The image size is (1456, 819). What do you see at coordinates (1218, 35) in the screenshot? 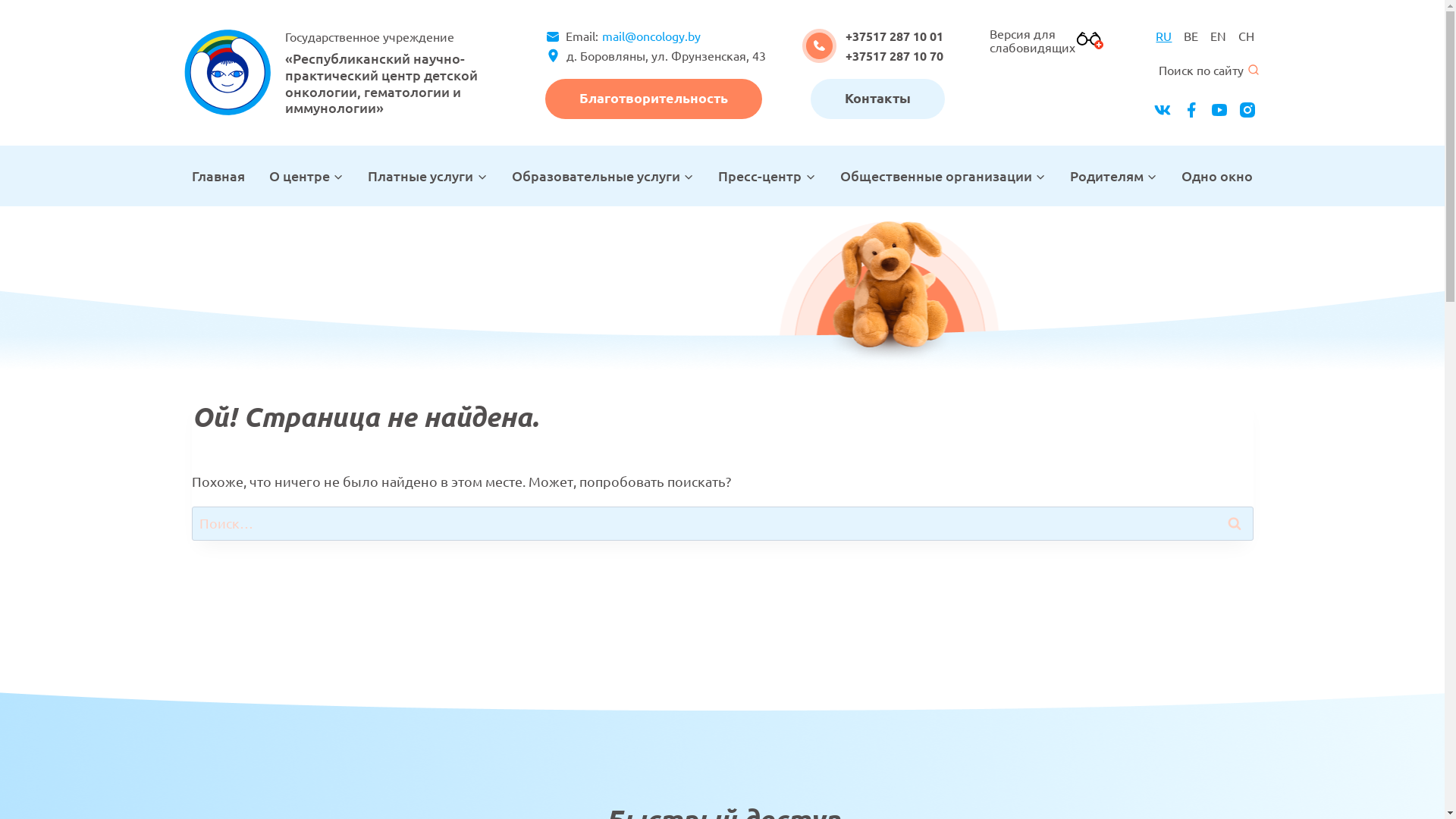
I see `'EN'` at bounding box center [1218, 35].